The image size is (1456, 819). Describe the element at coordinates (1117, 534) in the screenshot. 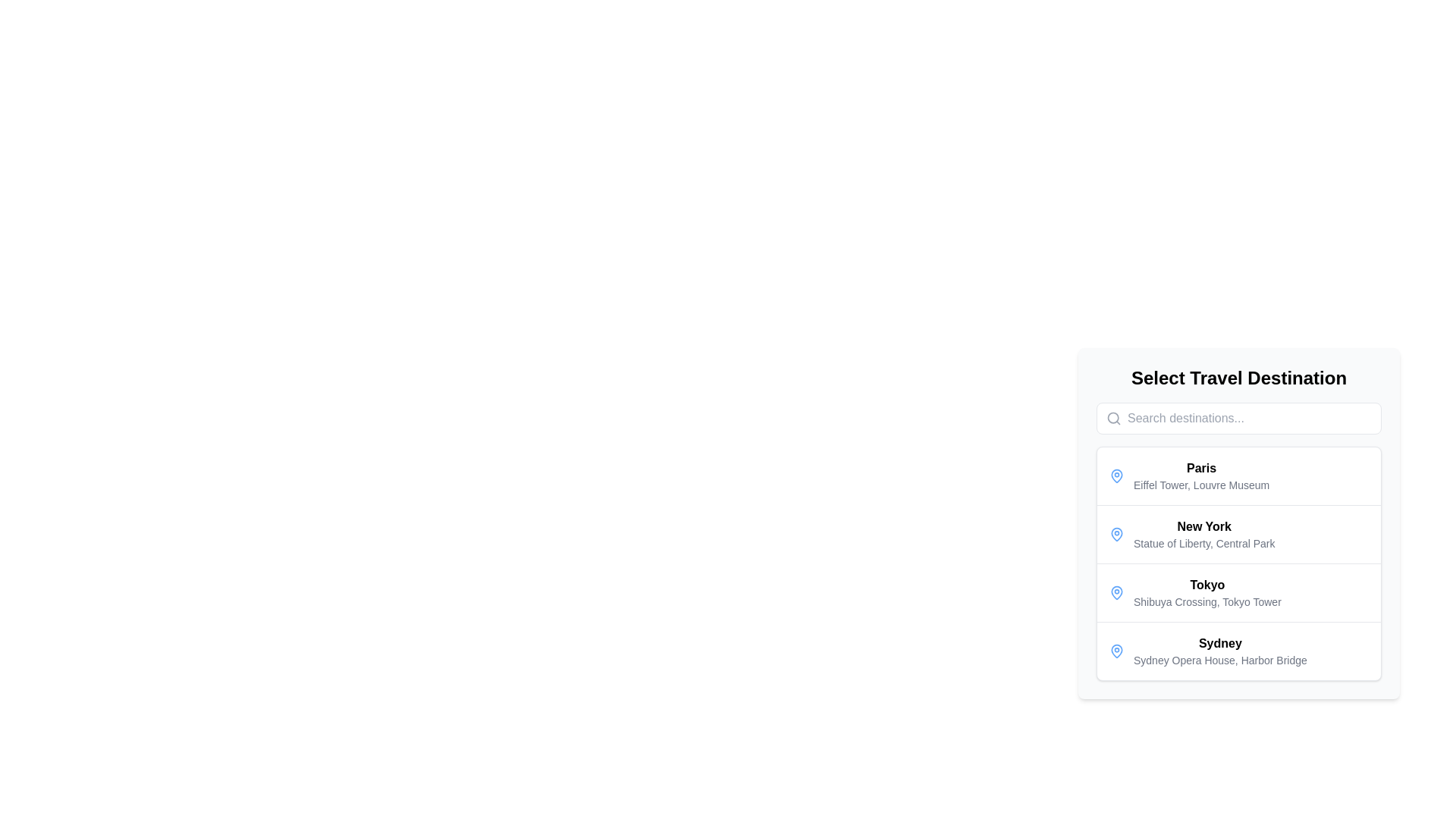

I see `the geographical location icon next to the 'New York' entry in the travel destinations list` at that location.